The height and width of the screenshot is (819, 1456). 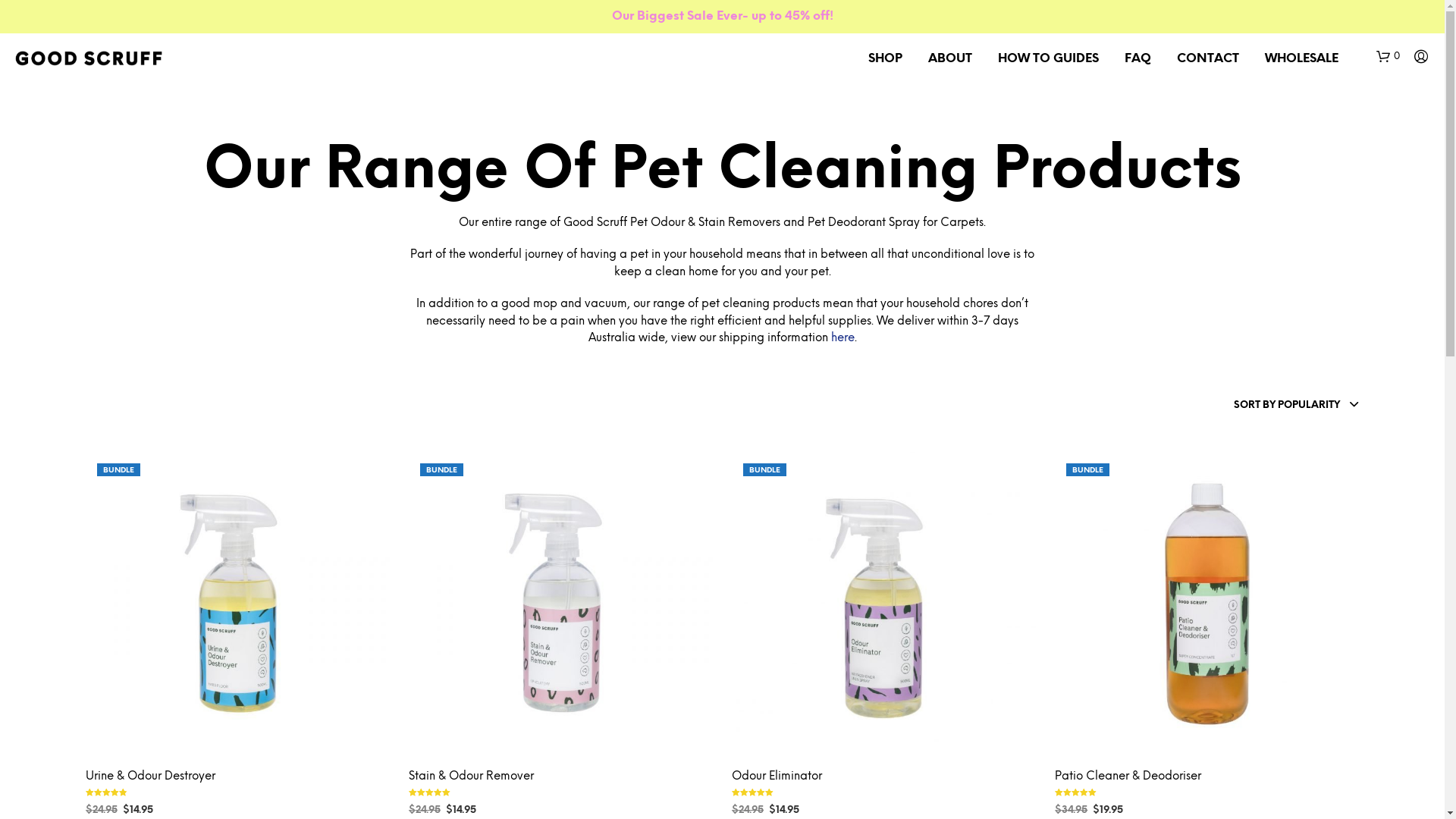 I want to click on 'HOW TO GUIDES', so click(x=1047, y=58).